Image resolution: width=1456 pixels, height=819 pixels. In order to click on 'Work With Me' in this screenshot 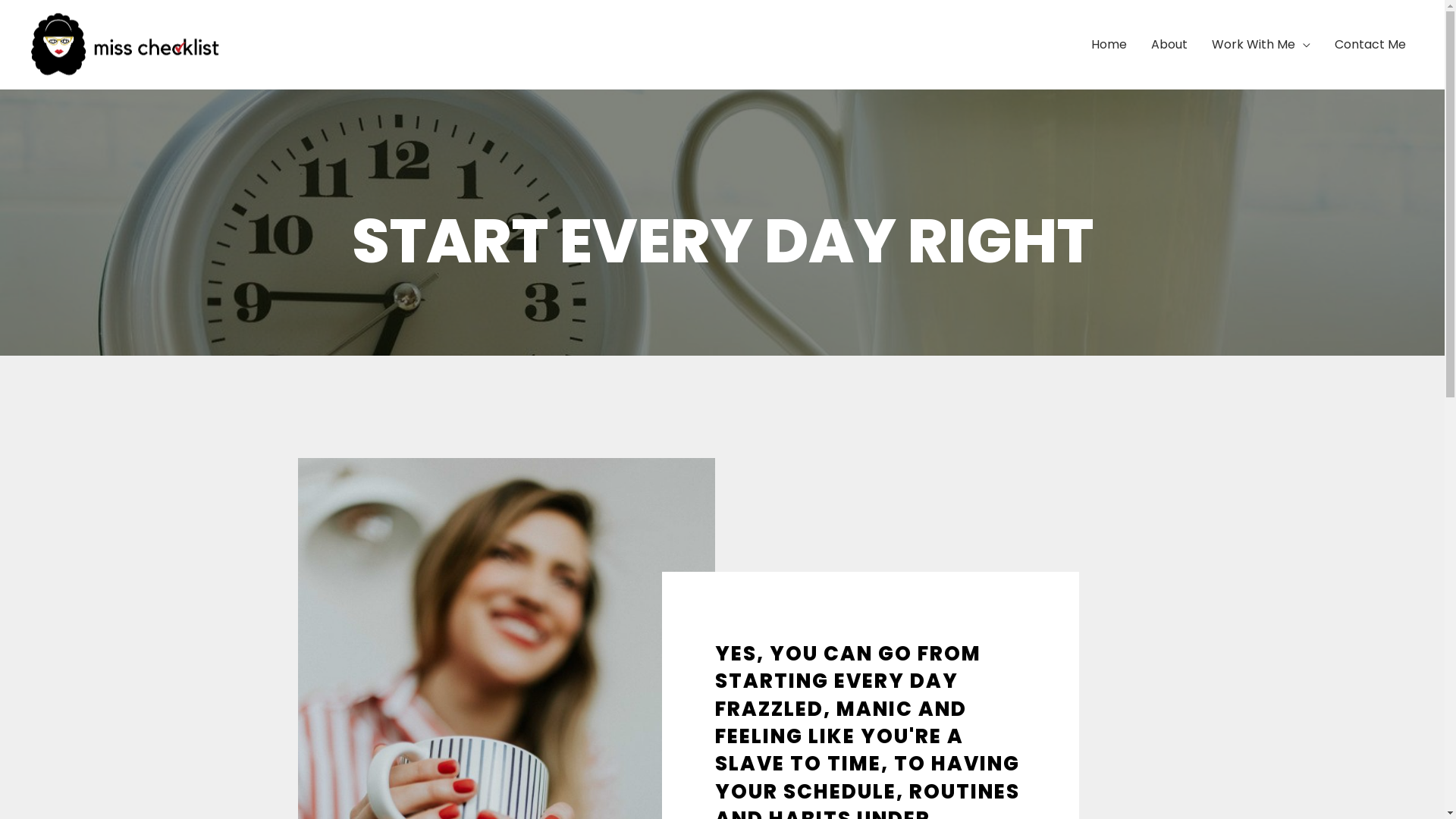, I will do `click(1260, 43)`.